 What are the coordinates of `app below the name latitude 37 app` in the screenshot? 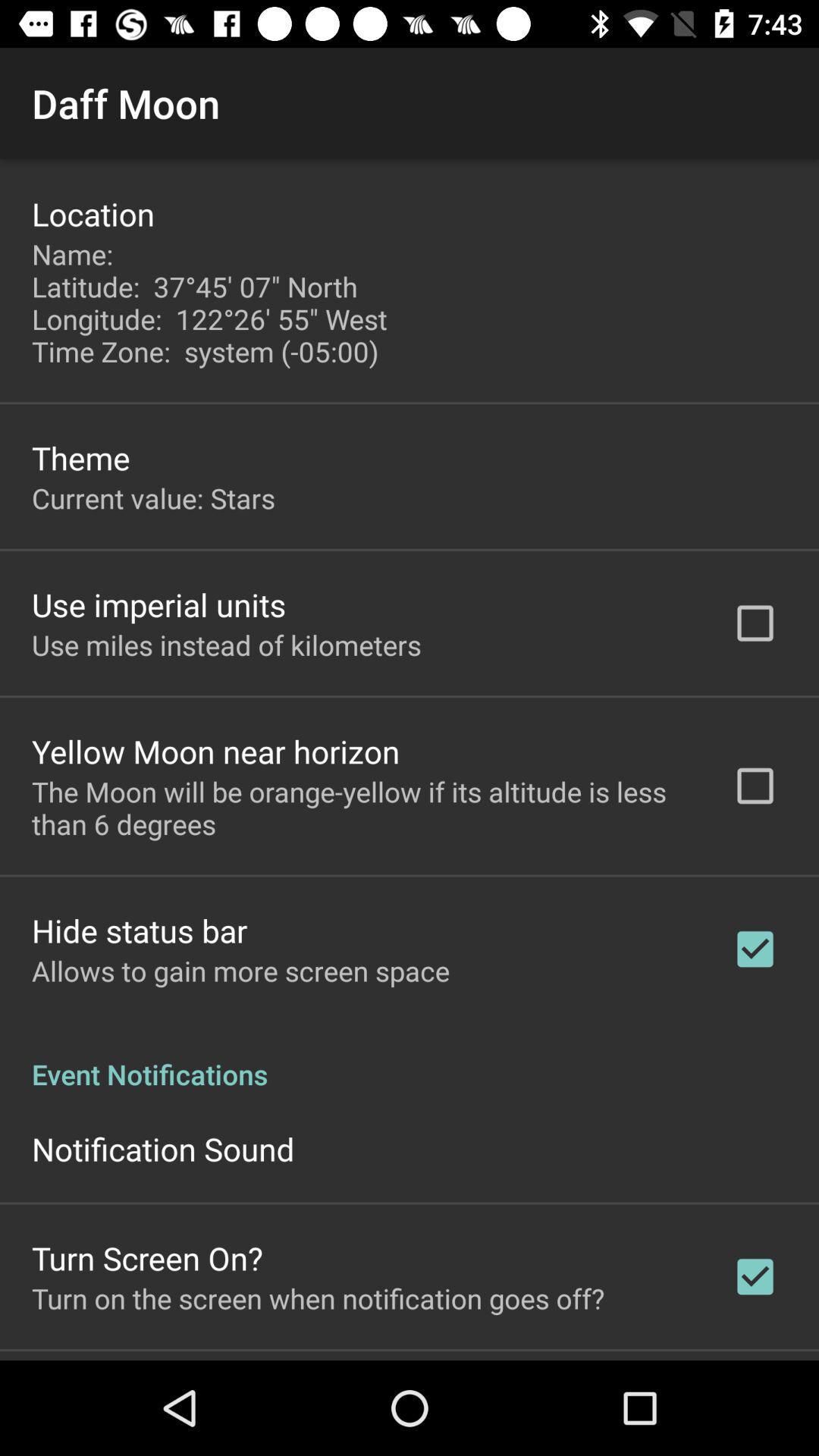 It's located at (80, 457).